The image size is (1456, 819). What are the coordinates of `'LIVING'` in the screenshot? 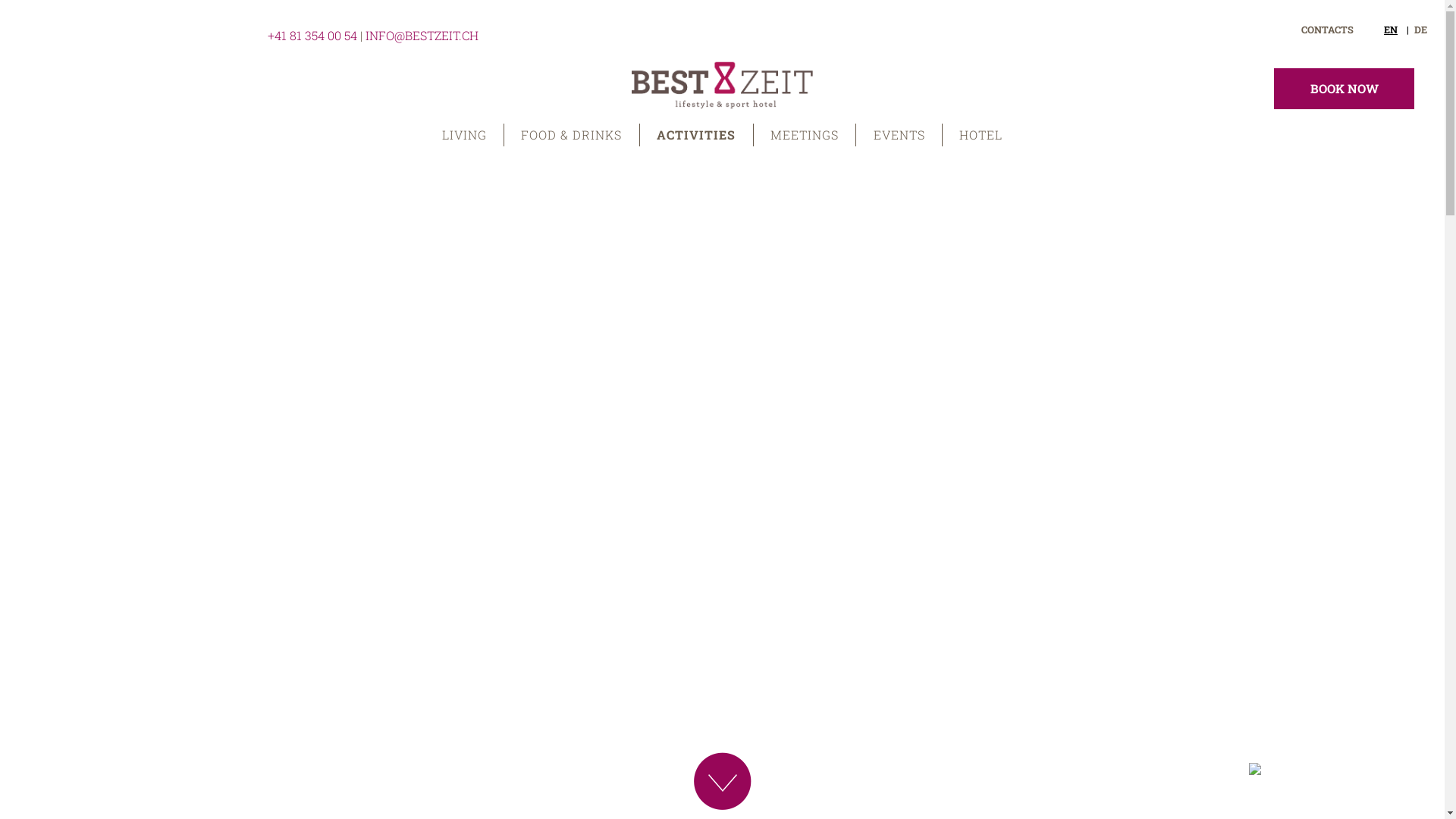 It's located at (425, 133).